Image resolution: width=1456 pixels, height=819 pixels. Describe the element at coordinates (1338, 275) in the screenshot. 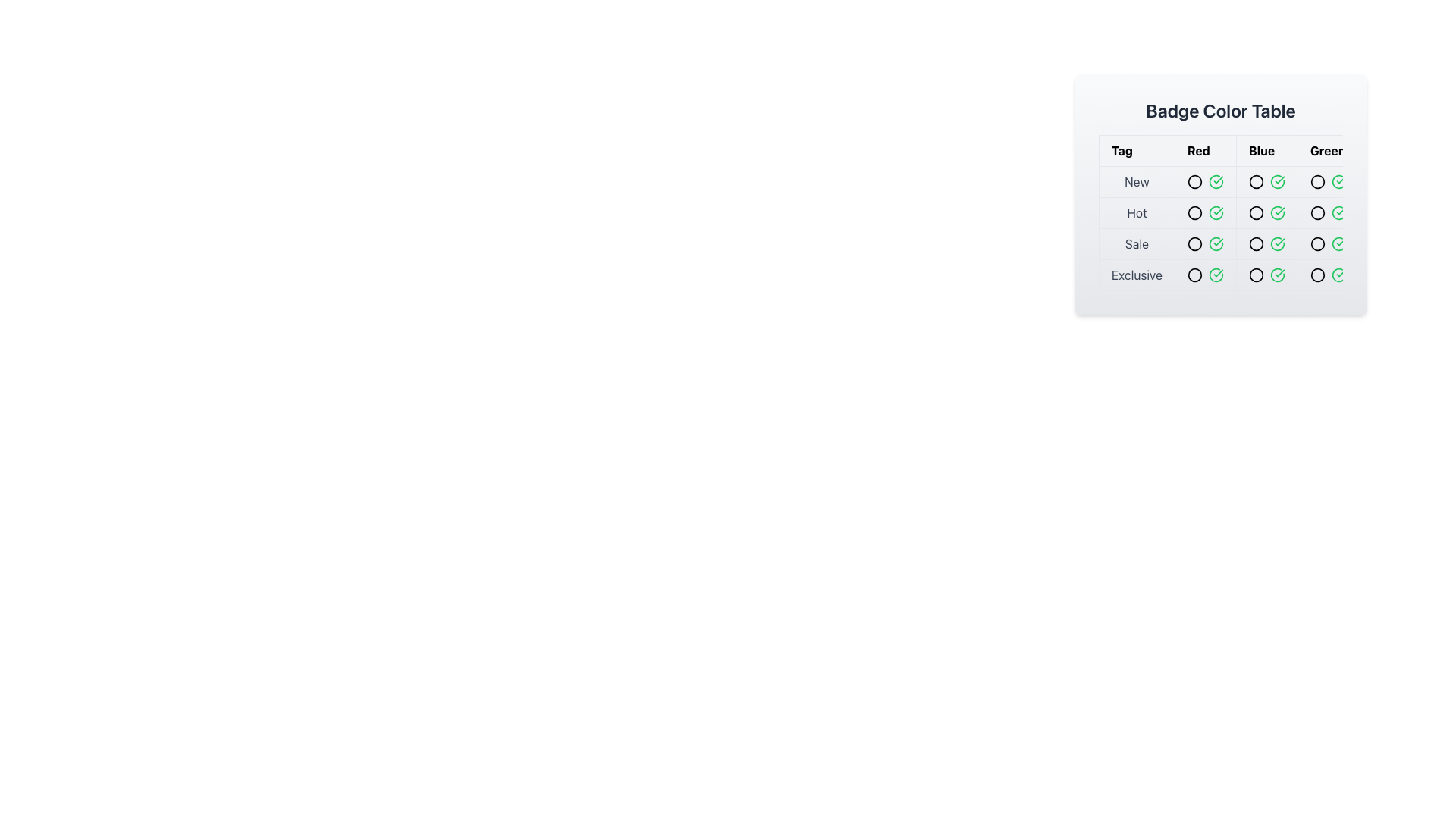

I see `the green circular checkmark icon located in the last row labeled 'Exclusive' under the 'Green' column of the 'Badge Color Table'` at that location.